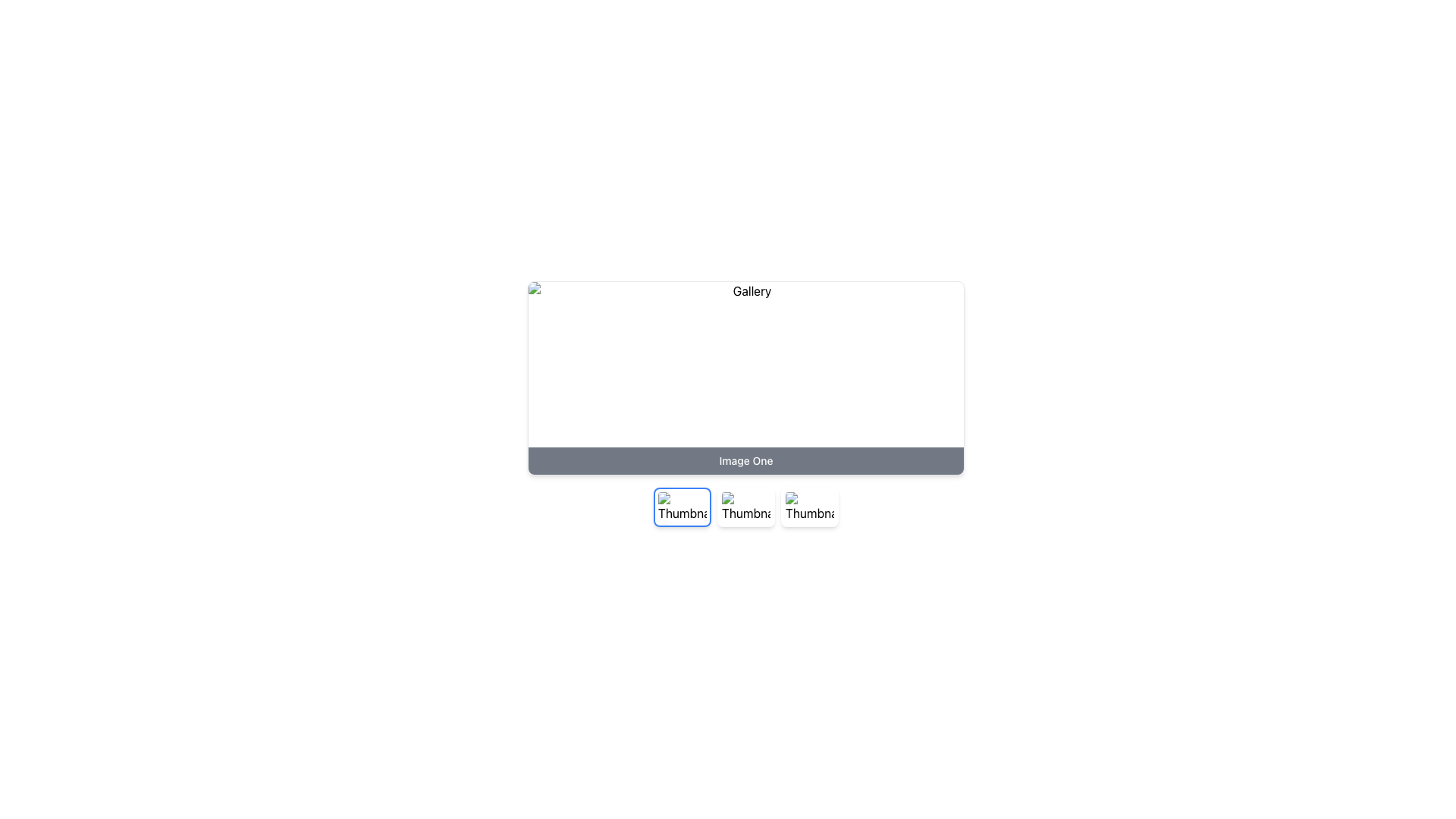  Describe the element at coordinates (745, 507) in the screenshot. I see `the thumbnail preview for 'Image 2', which is the second thumbnail in a row of similar thumbnails under the main image area titled 'Image One'` at that location.